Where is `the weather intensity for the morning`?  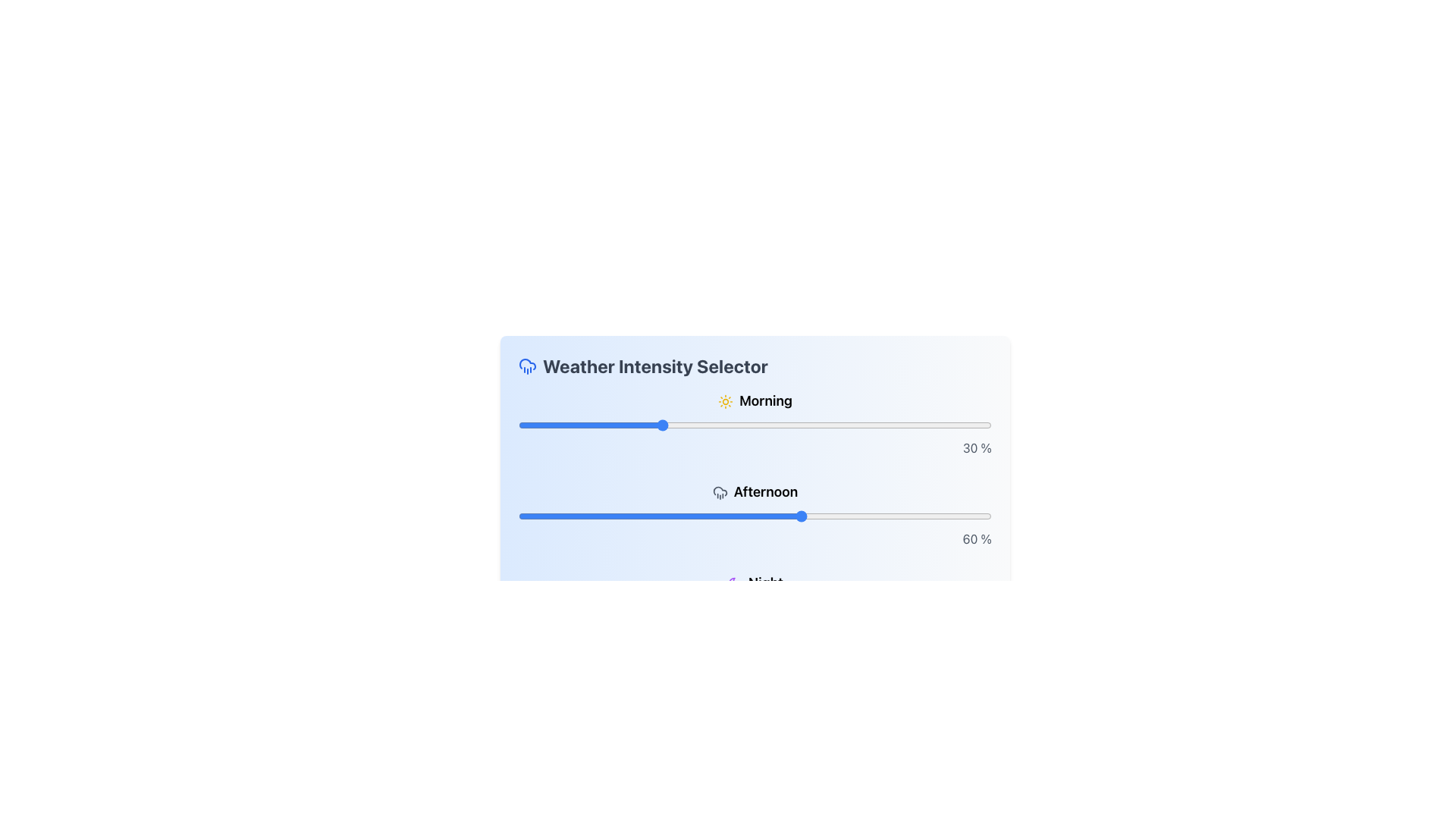
the weather intensity for the morning is located at coordinates (802, 425).